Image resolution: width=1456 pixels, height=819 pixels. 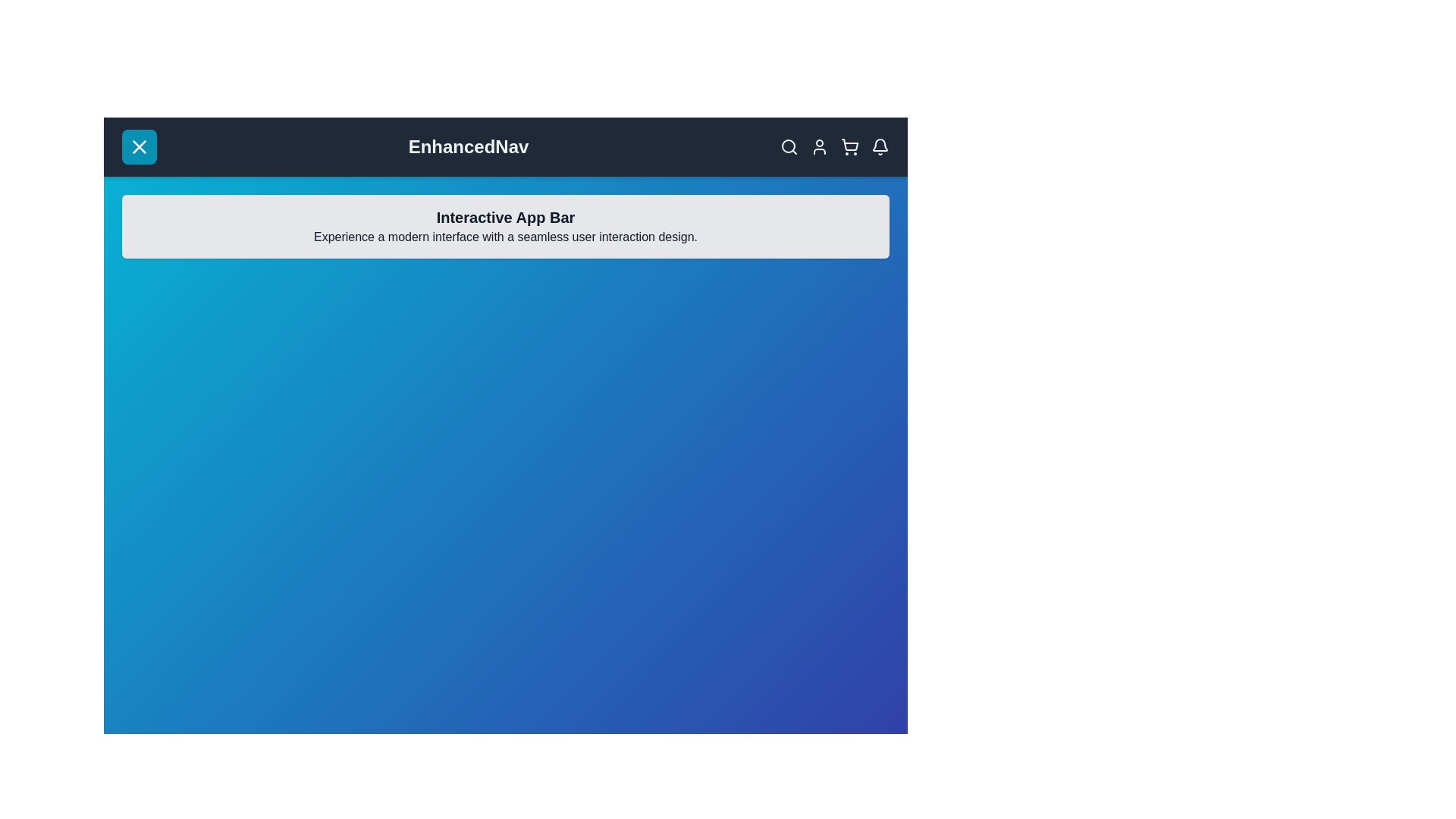 I want to click on the icon search to observe its hover effect, so click(x=789, y=146).